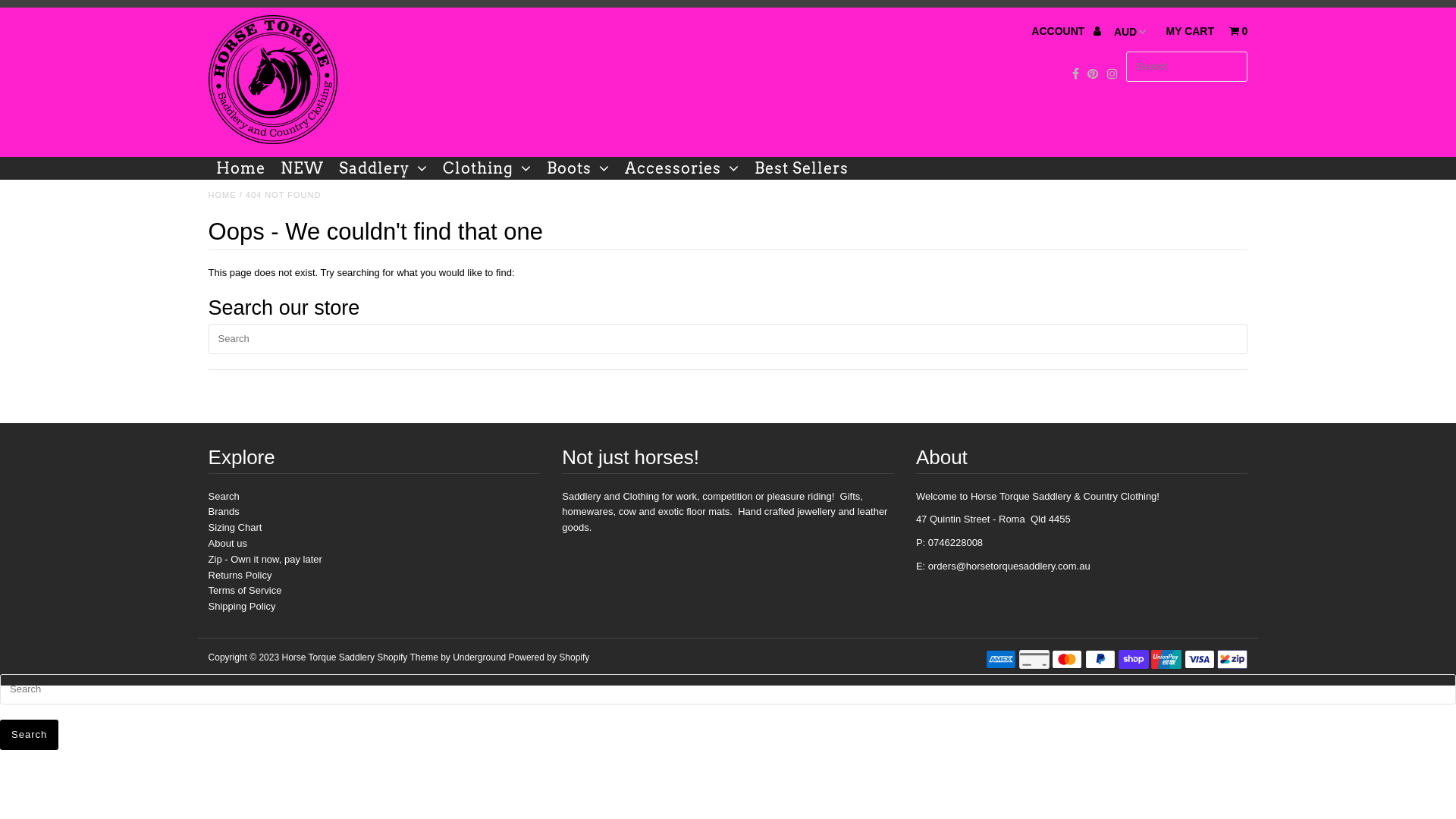 The height and width of the screenshot is (819, 1456). Describe the element at coordinates (265, 559) in the screenshot. I see `'Zip - Own it now, pay later'` at that location.